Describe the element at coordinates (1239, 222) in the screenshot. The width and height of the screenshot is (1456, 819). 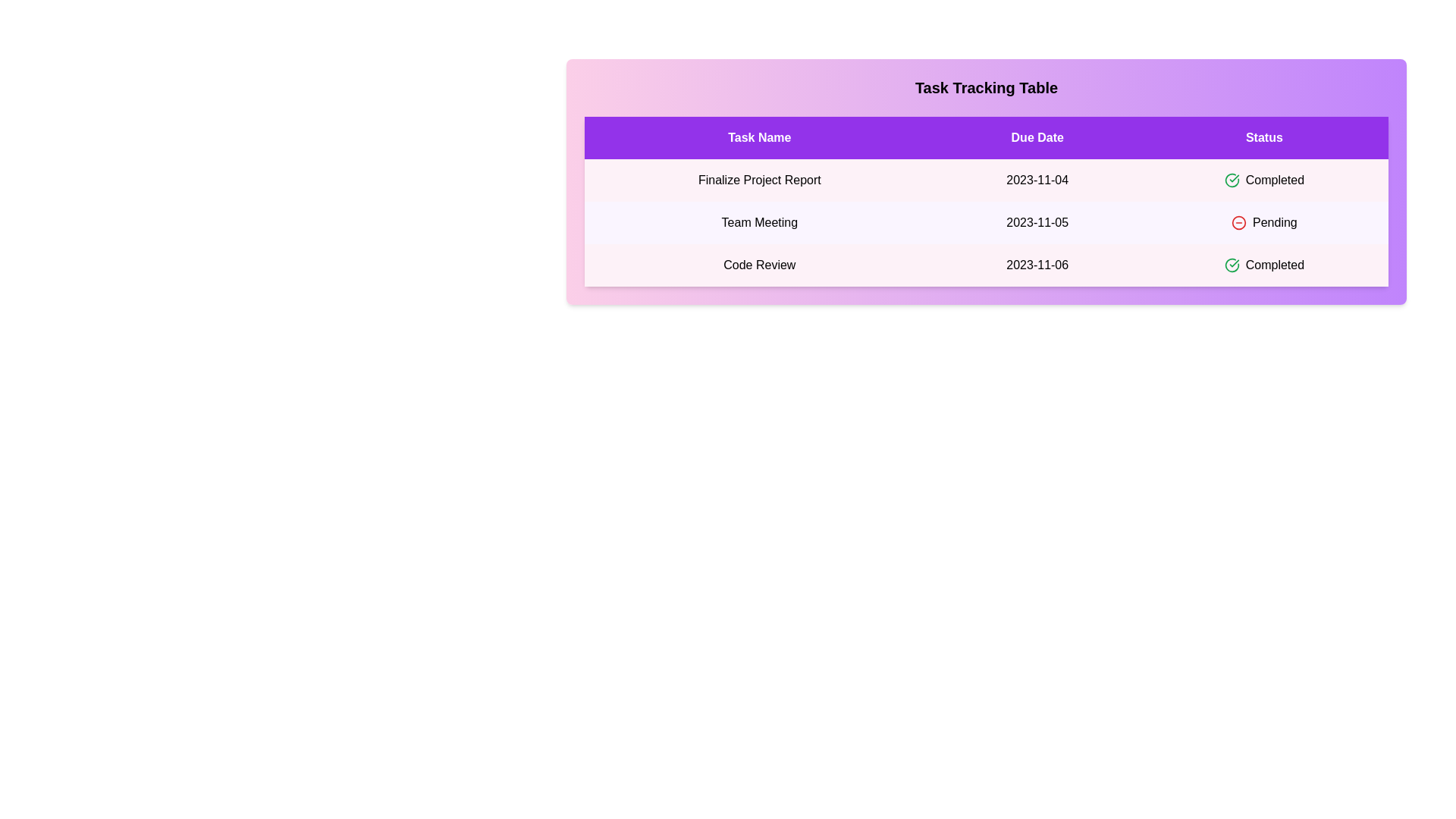
I see `the status icon for the task with status Pending` at that location.